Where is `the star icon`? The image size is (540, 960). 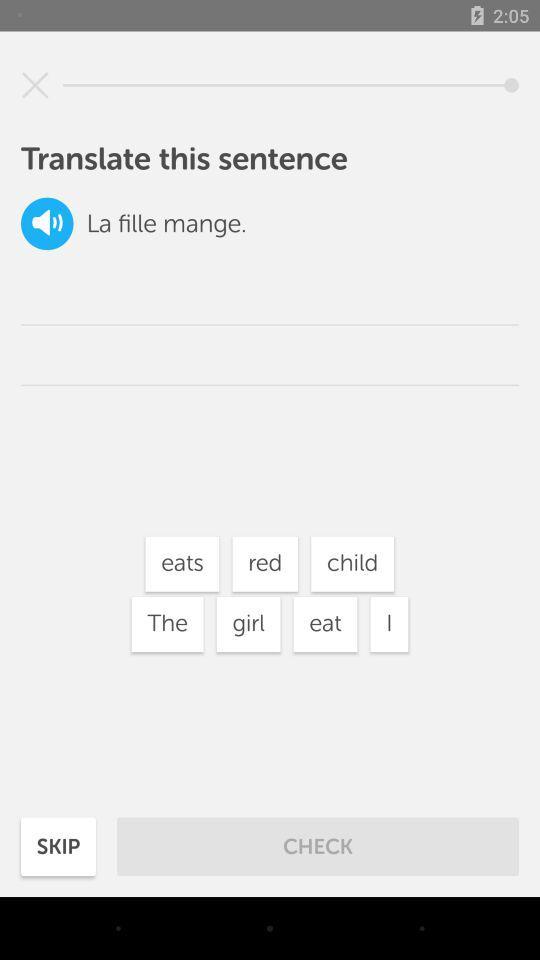 the star icon is located at coordinates (35, 85).